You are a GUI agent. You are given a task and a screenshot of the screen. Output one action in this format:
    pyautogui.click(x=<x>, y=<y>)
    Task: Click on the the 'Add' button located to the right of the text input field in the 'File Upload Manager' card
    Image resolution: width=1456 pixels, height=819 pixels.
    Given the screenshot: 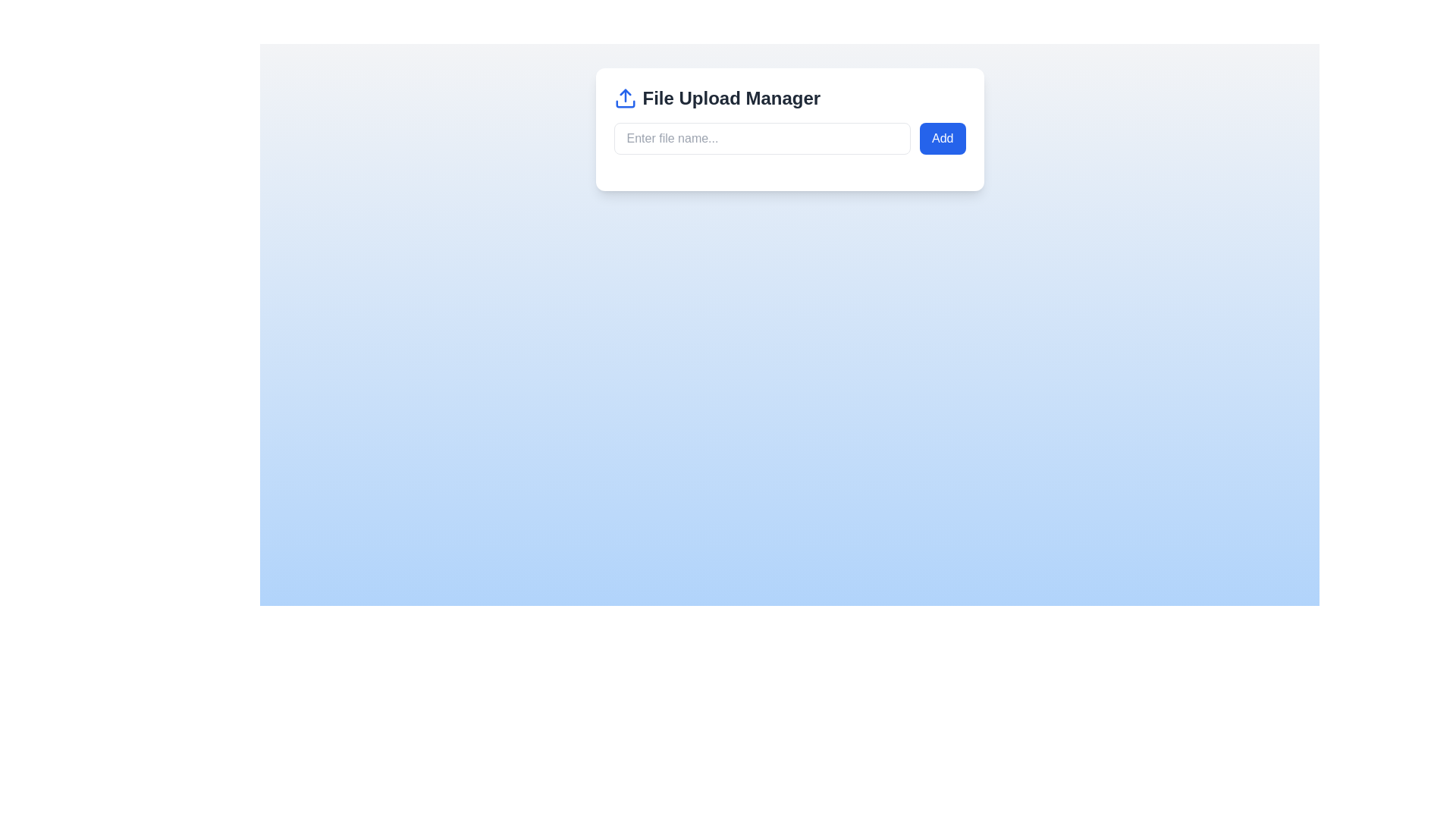 What is the action you would take?
    pyautogui.click(x=942, y=138)
    